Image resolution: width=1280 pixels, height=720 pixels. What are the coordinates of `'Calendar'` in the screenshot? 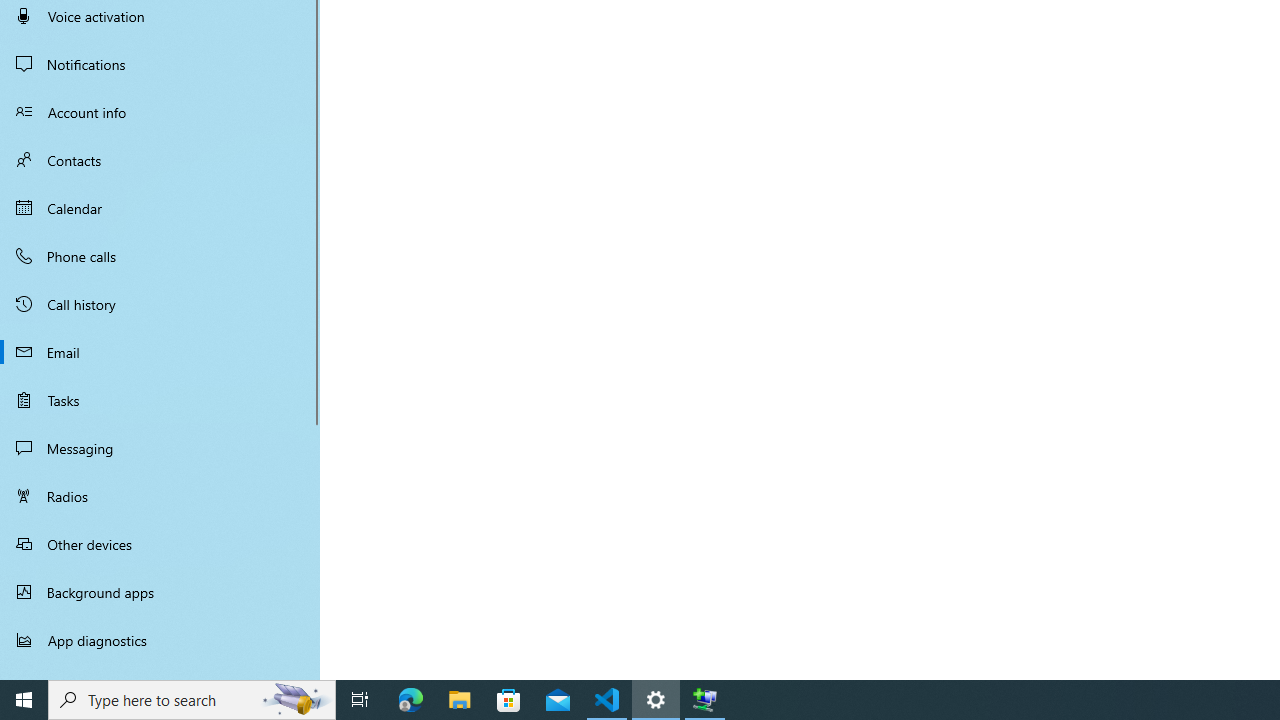 It's located at (160, 208).